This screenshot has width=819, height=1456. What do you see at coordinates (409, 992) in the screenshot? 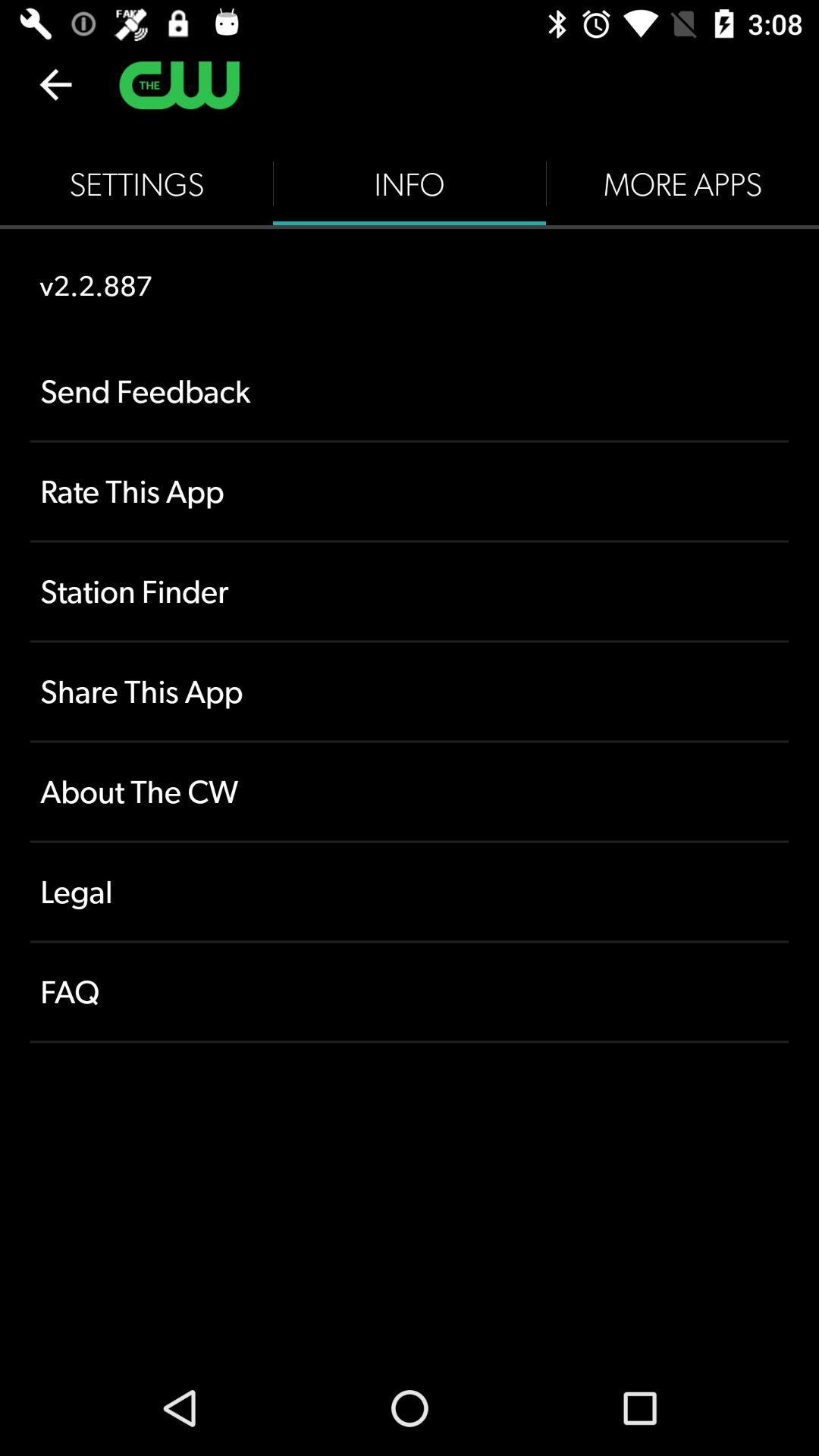
I see `faq` at bounding box center [409, 992].